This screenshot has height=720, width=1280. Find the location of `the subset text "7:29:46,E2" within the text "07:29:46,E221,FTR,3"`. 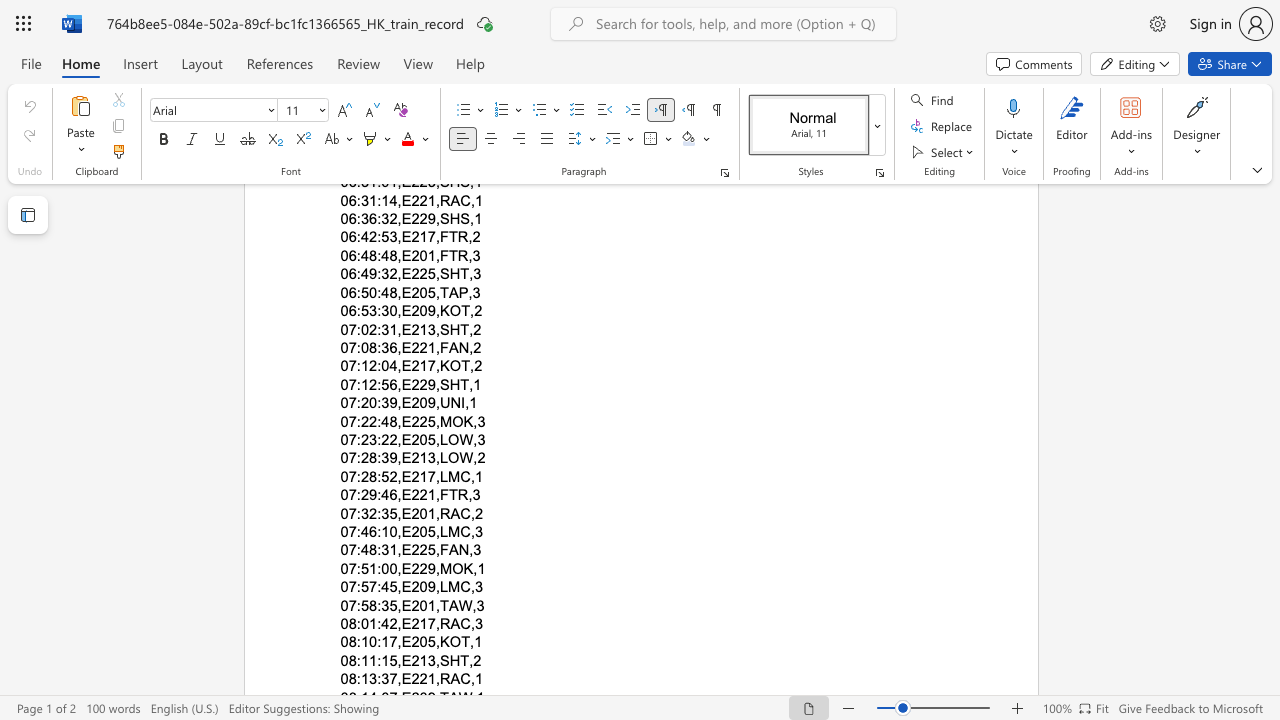

the subset text "7:29:46,E2" within the text "07:29:46,E221,FTR,3" is located at coordinates (348, 495).